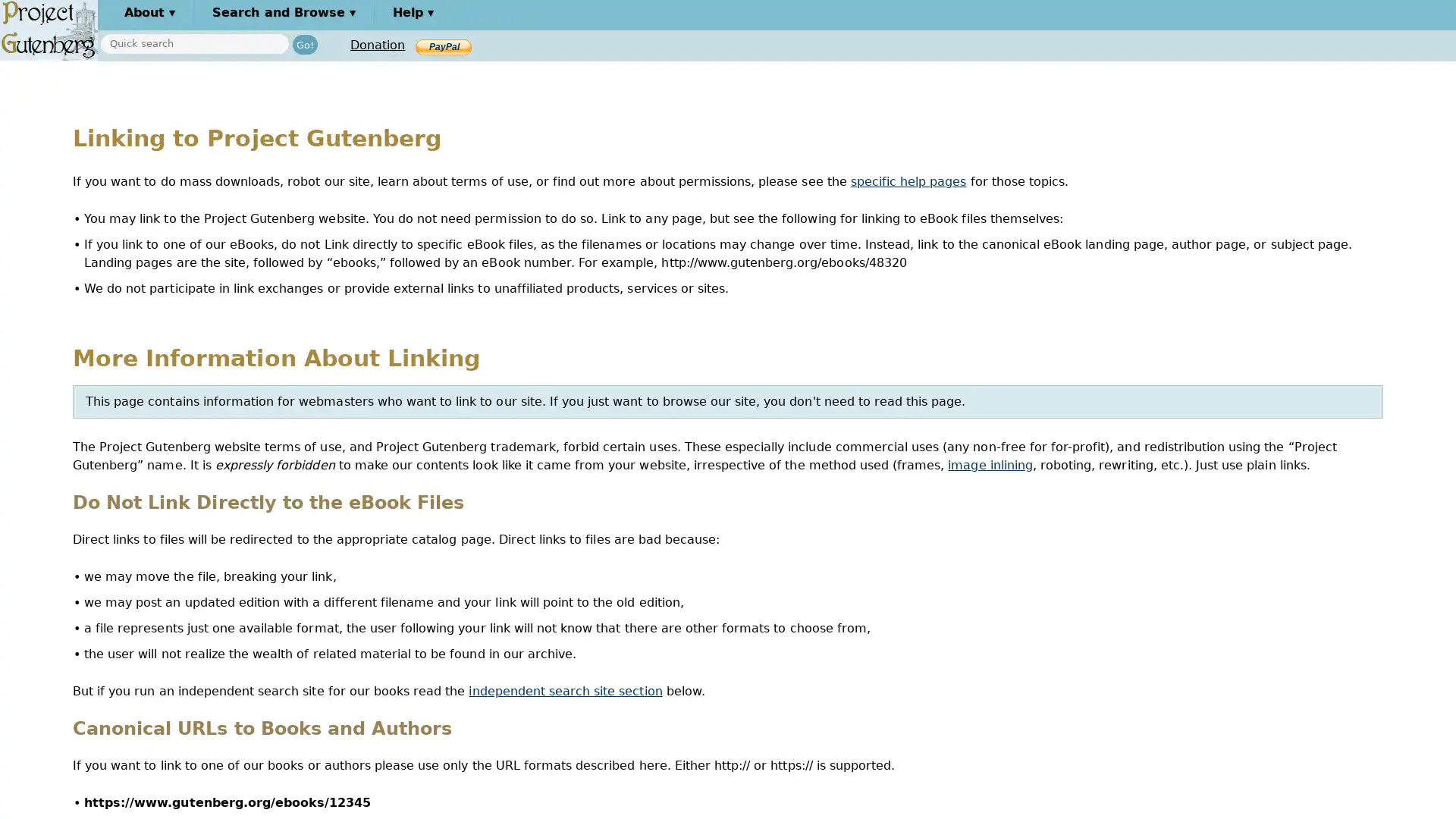 This screenshot has width=1456, height=819. What do you see at coordinates (443, 45) in the screenshot?
I see `Donate via PayPal` at bounding box center [443, 45].